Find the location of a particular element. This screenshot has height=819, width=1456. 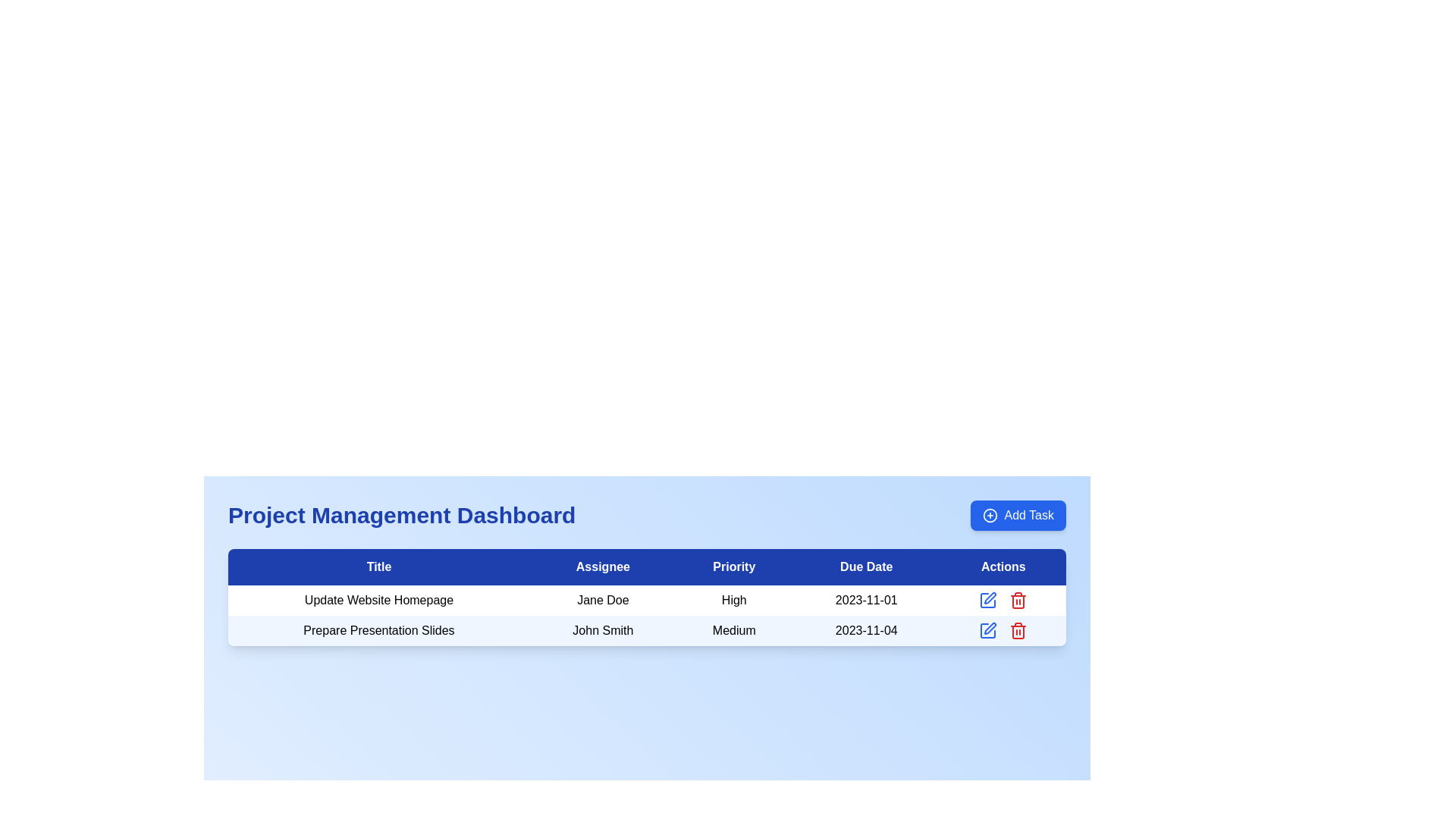

the edit icon button for the task 'Prepare Presentation Slides' located in the second row of the 'Actions' column is located at coordinates (988, 631).